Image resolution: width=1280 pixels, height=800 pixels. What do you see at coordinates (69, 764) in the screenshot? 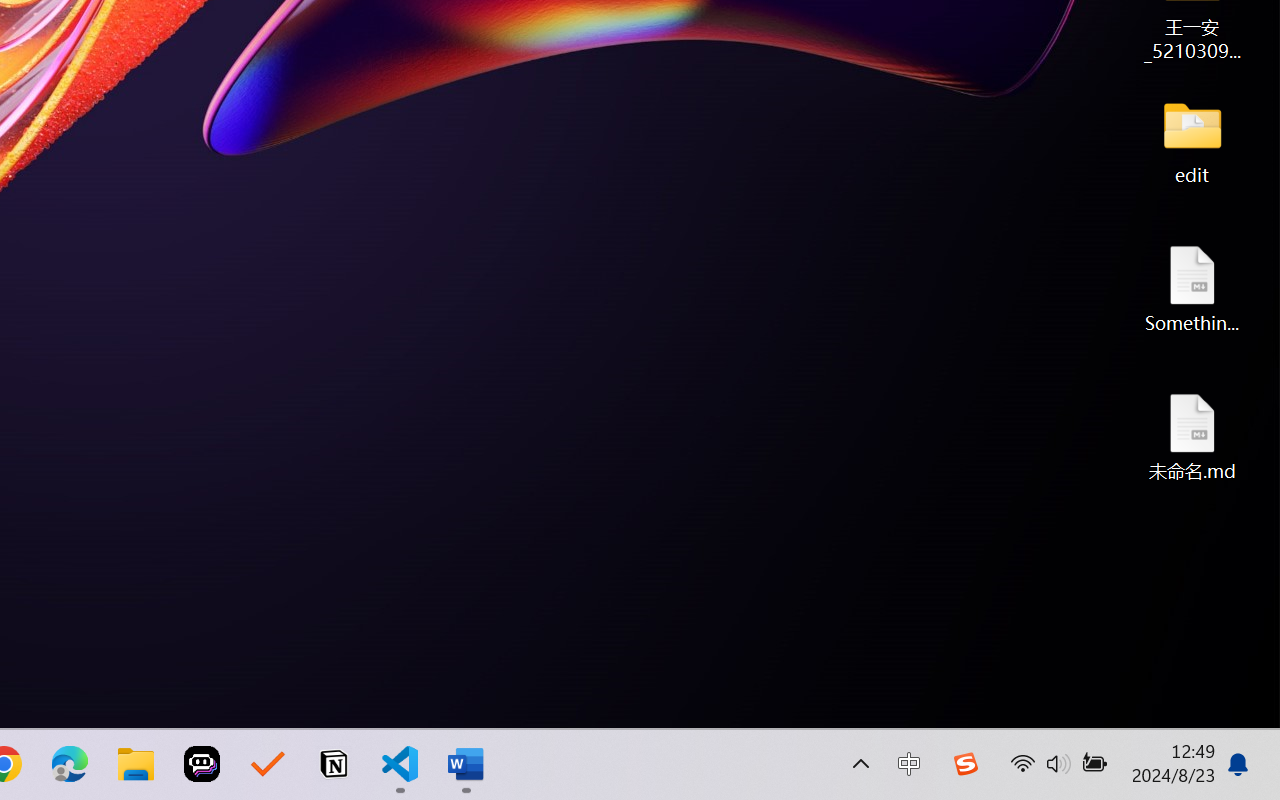
I see `'Microsoft Edge'` at bounding box center [69, 764].